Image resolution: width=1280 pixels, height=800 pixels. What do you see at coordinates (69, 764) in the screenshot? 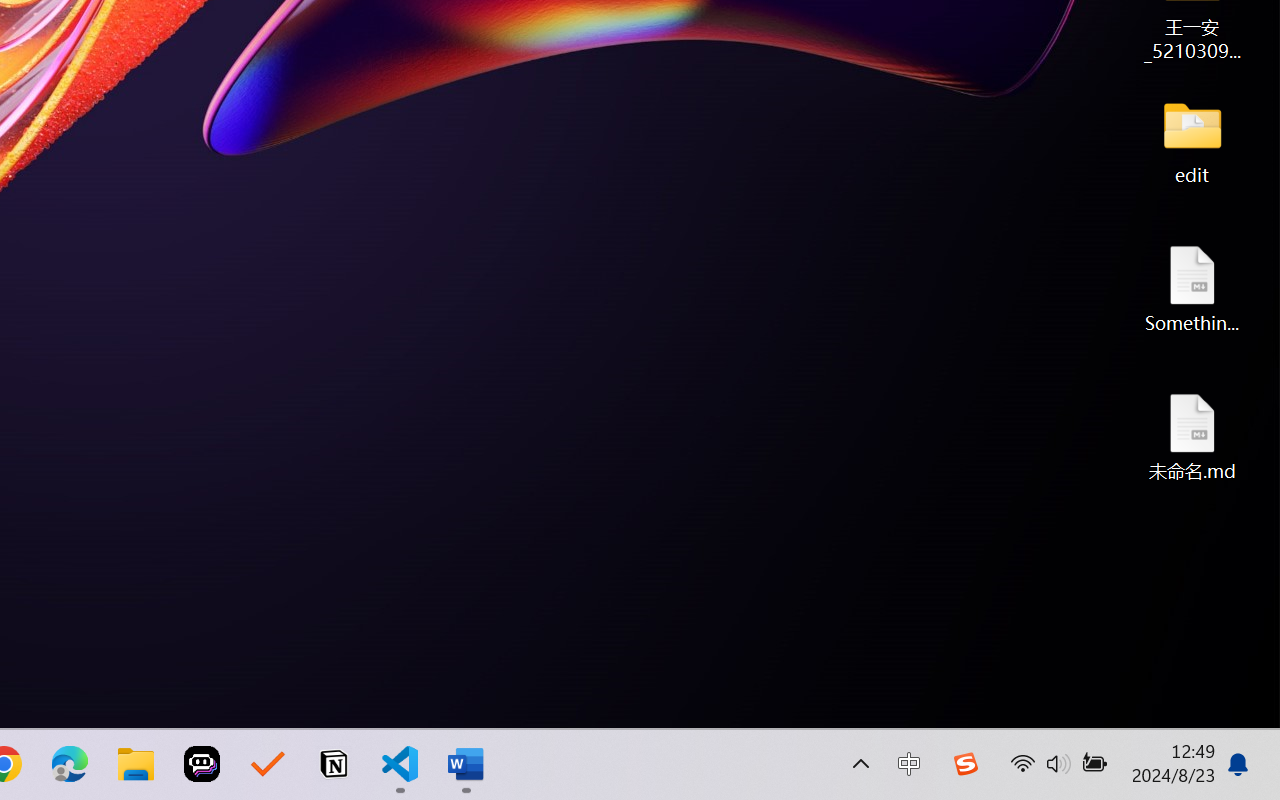
I see `'Microsoft Edge'` at bounding box center [69, 764].